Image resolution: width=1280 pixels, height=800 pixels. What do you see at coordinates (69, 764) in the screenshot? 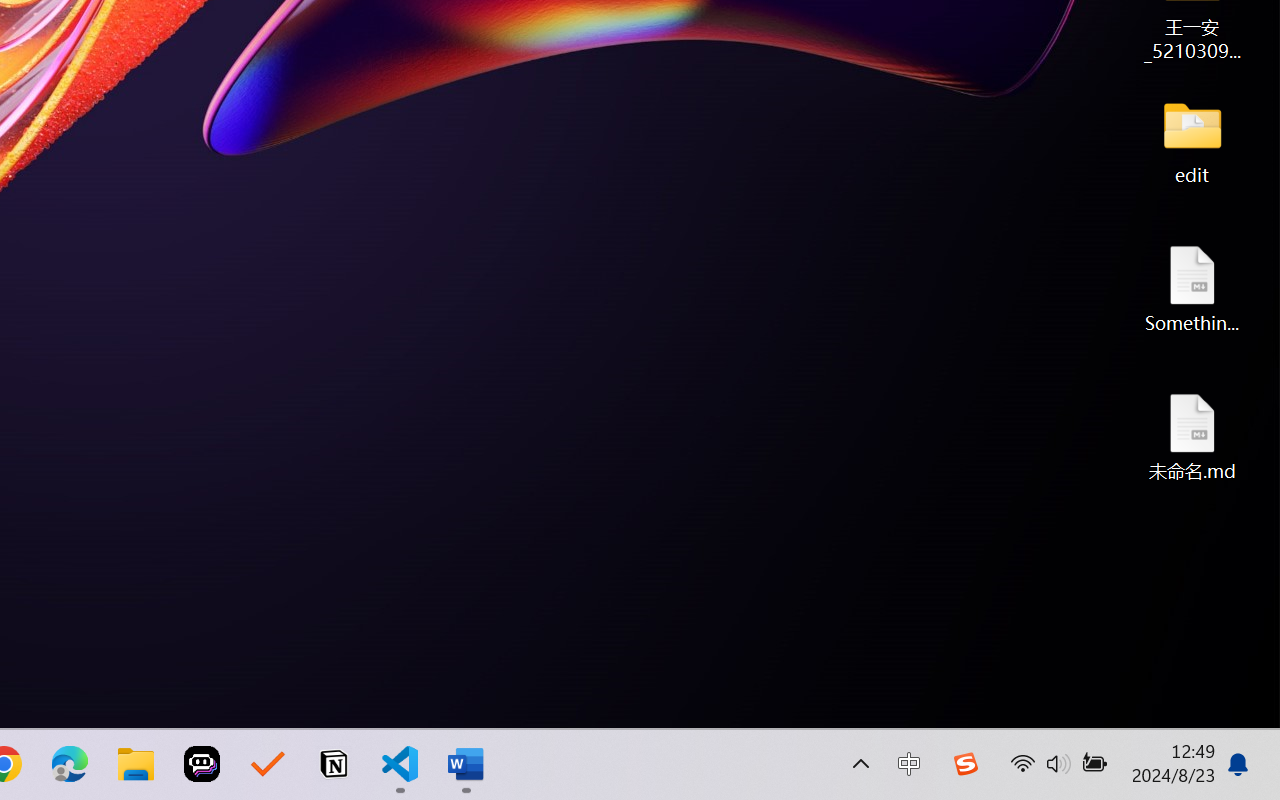
I see `'Microsoft Edge'` at bounding box center [69, 764].